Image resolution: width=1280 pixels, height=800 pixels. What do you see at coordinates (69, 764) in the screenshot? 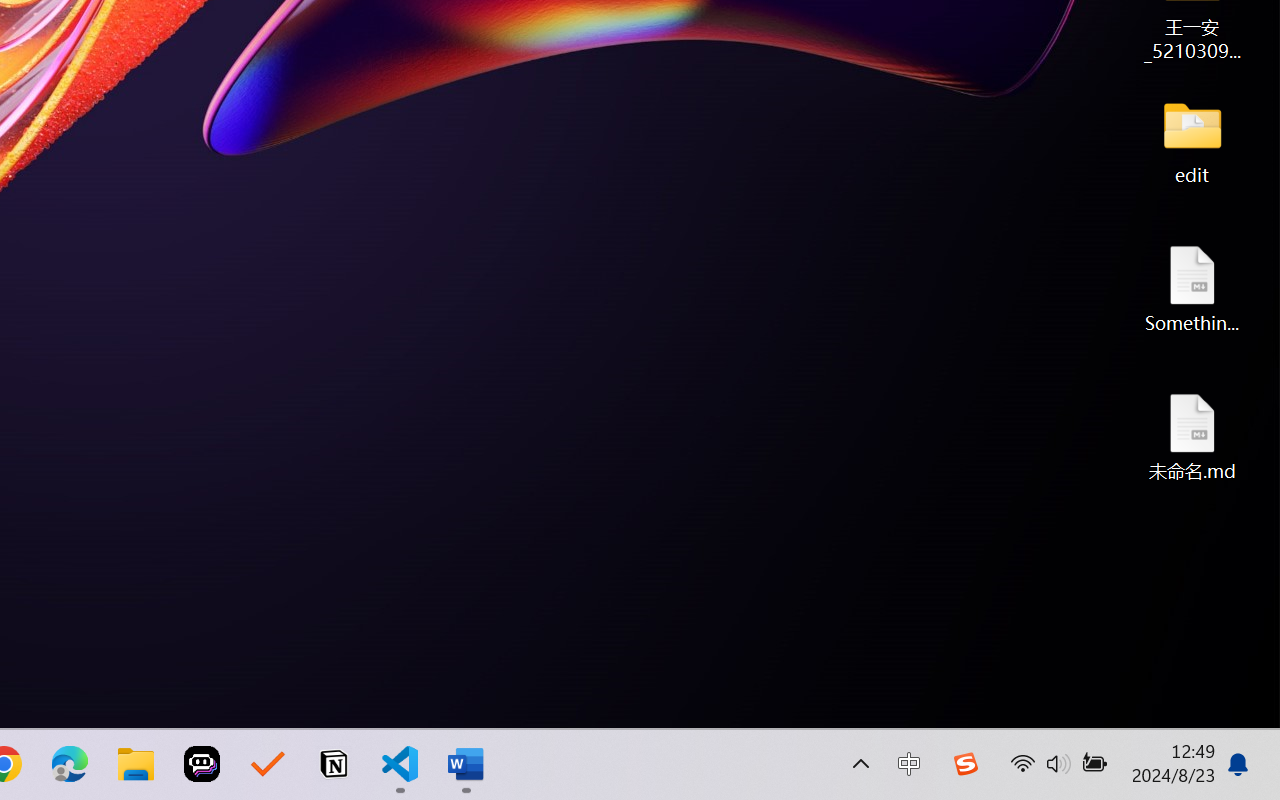
I see `'Microsoft Edge'` at bounding box center [69, 764].